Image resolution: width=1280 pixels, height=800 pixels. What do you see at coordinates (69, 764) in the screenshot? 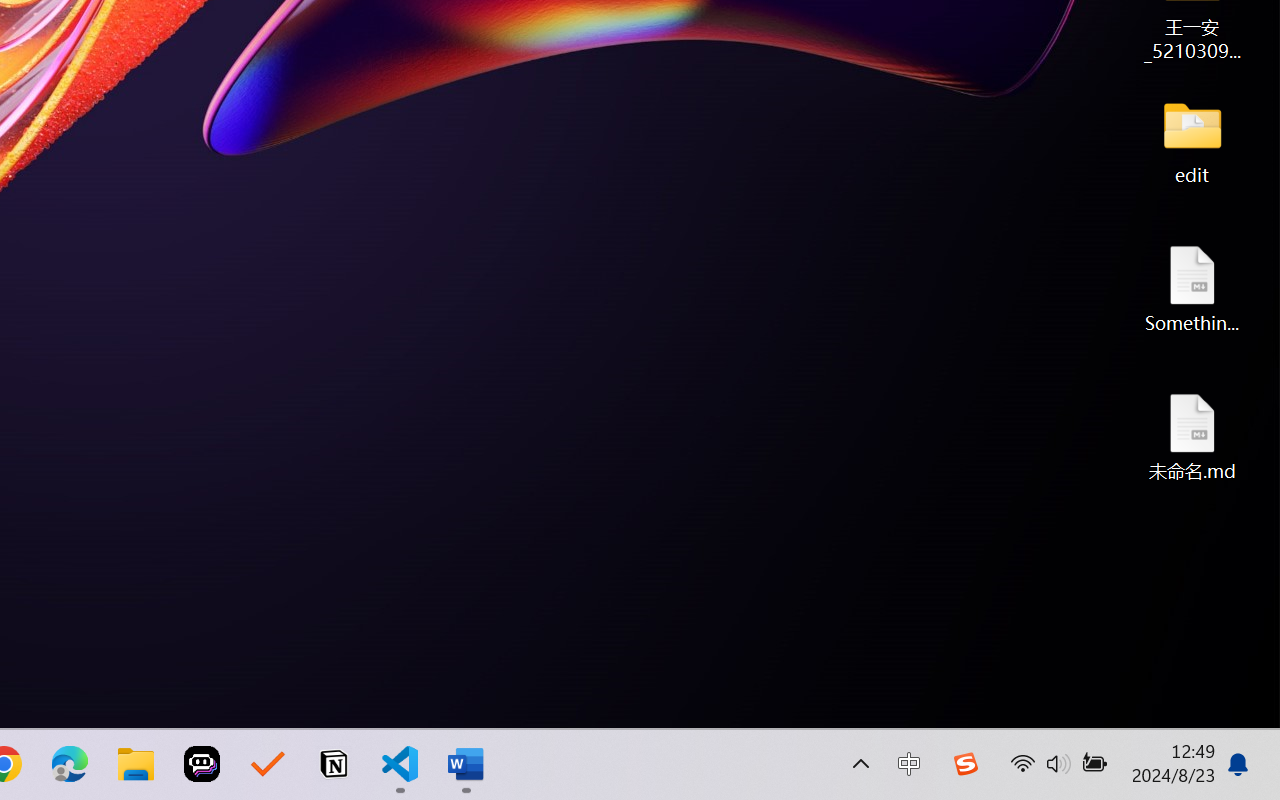
I see `'Microsoft Edge'` at bounding box center [69, 764].